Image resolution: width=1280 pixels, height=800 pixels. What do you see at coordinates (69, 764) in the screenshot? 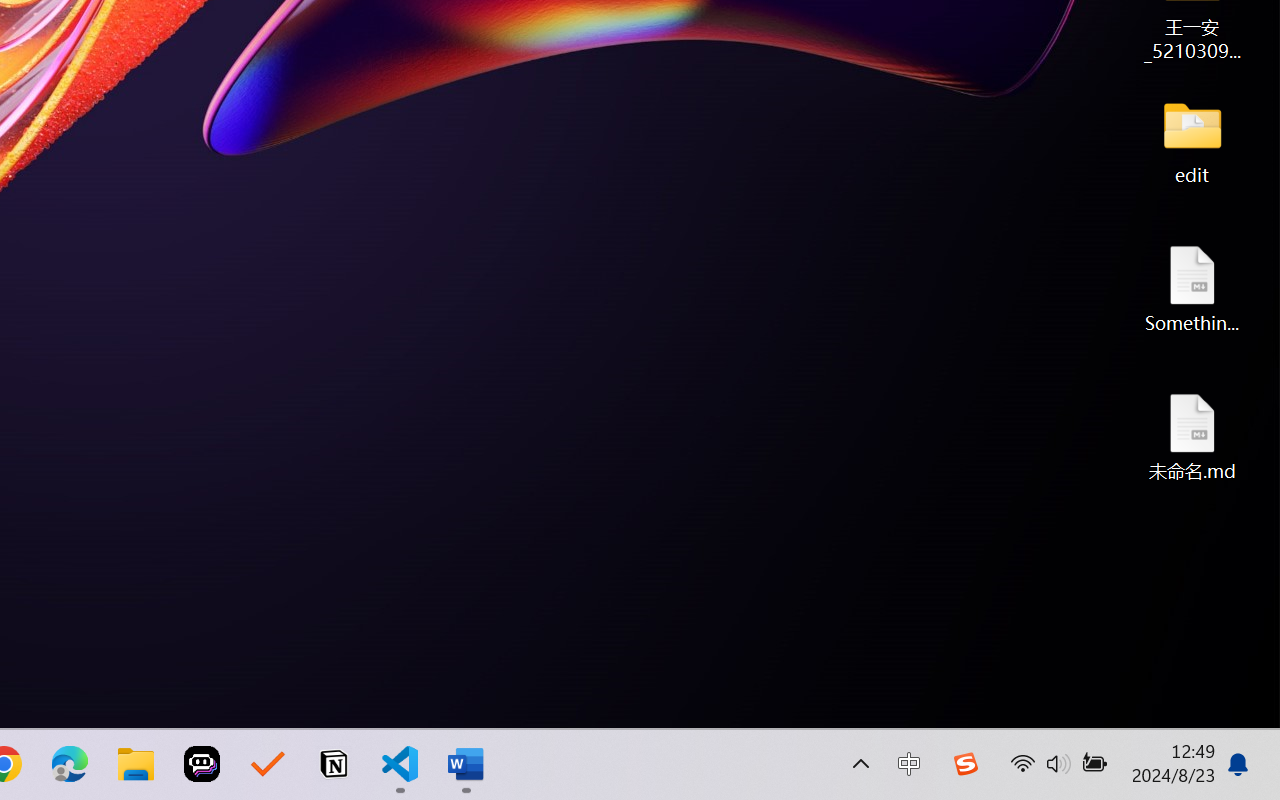
I see `'Microsoft Edge'` at bounding box center [69, 764].